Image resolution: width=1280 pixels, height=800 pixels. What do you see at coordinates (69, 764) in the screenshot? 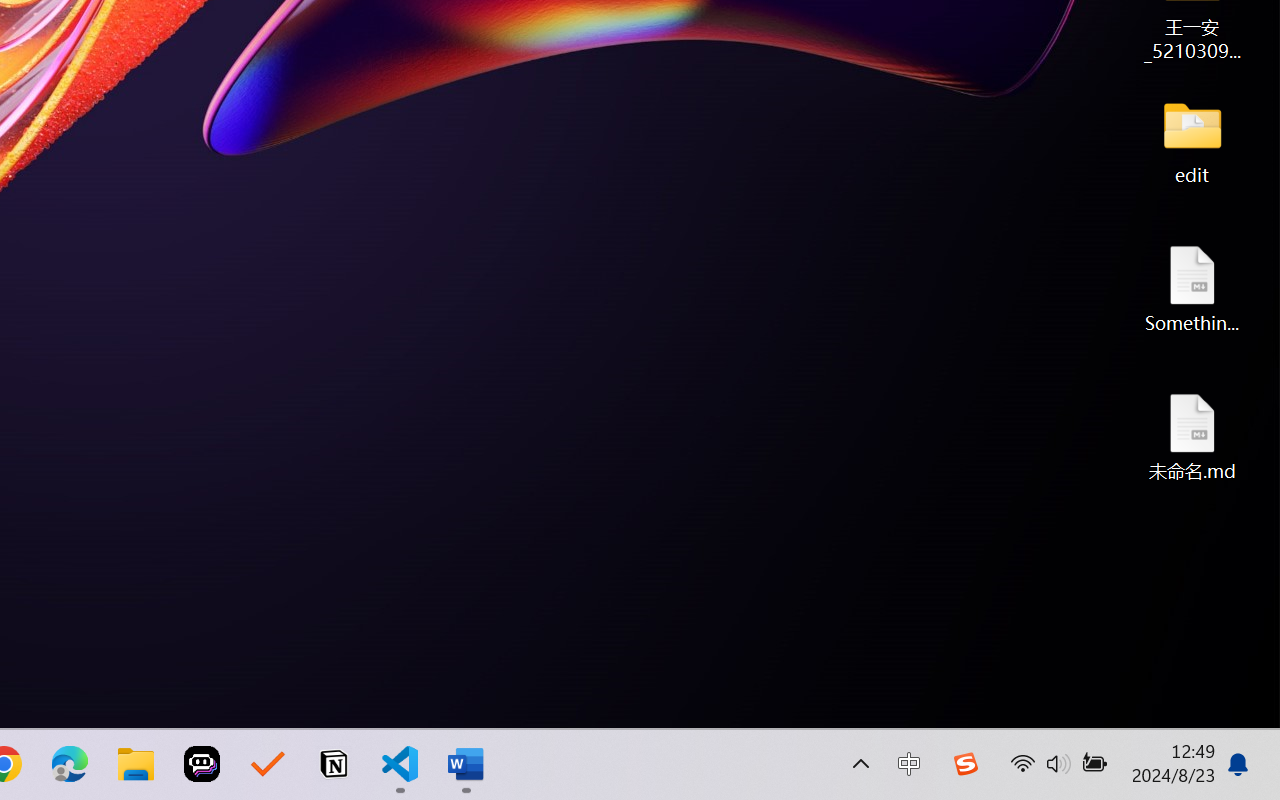
I see `'Microsoft Edge'` at bounding box center [69, 764].